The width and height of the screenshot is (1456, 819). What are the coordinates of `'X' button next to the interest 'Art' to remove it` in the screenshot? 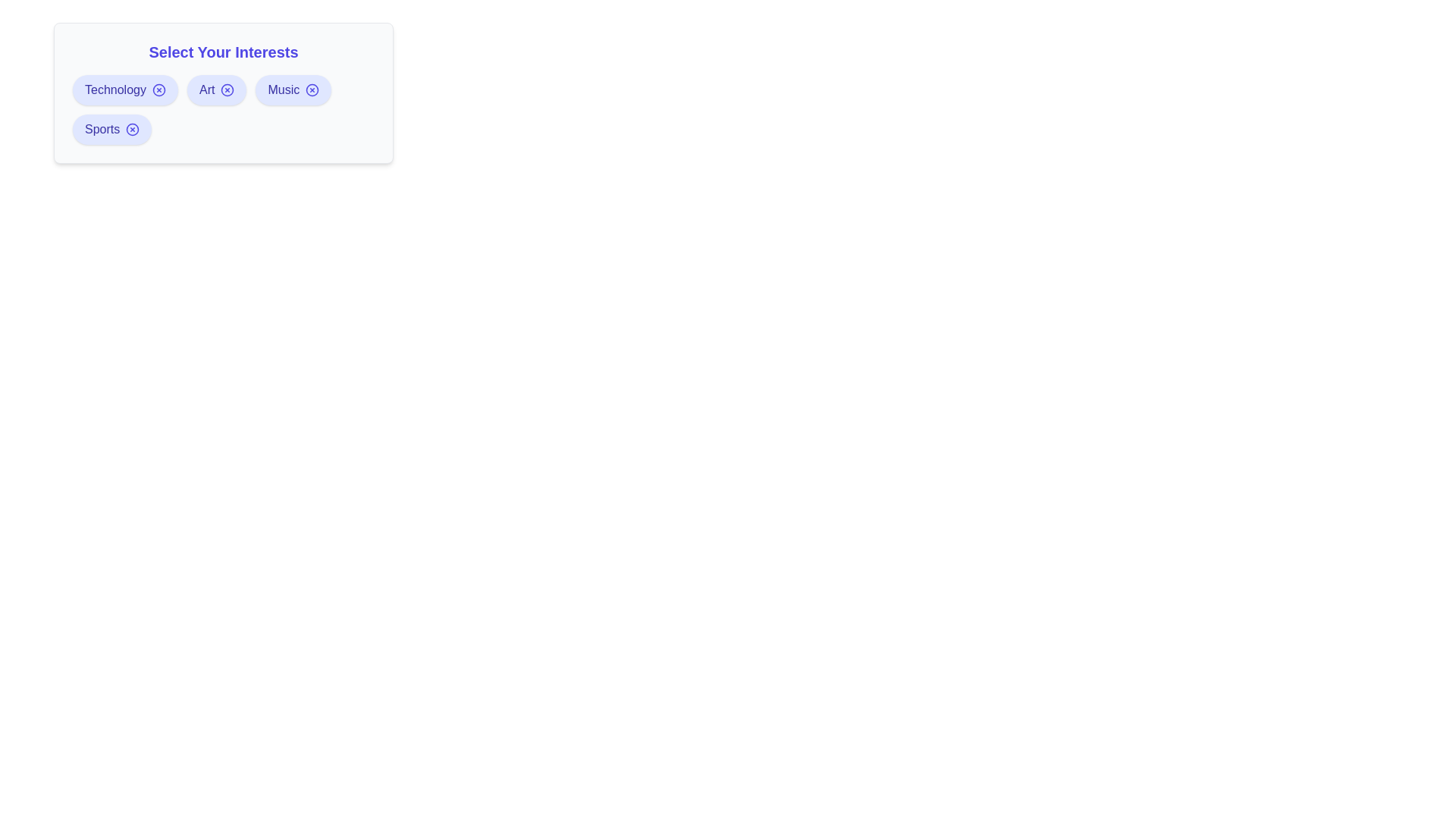 It's located at (227, 90).